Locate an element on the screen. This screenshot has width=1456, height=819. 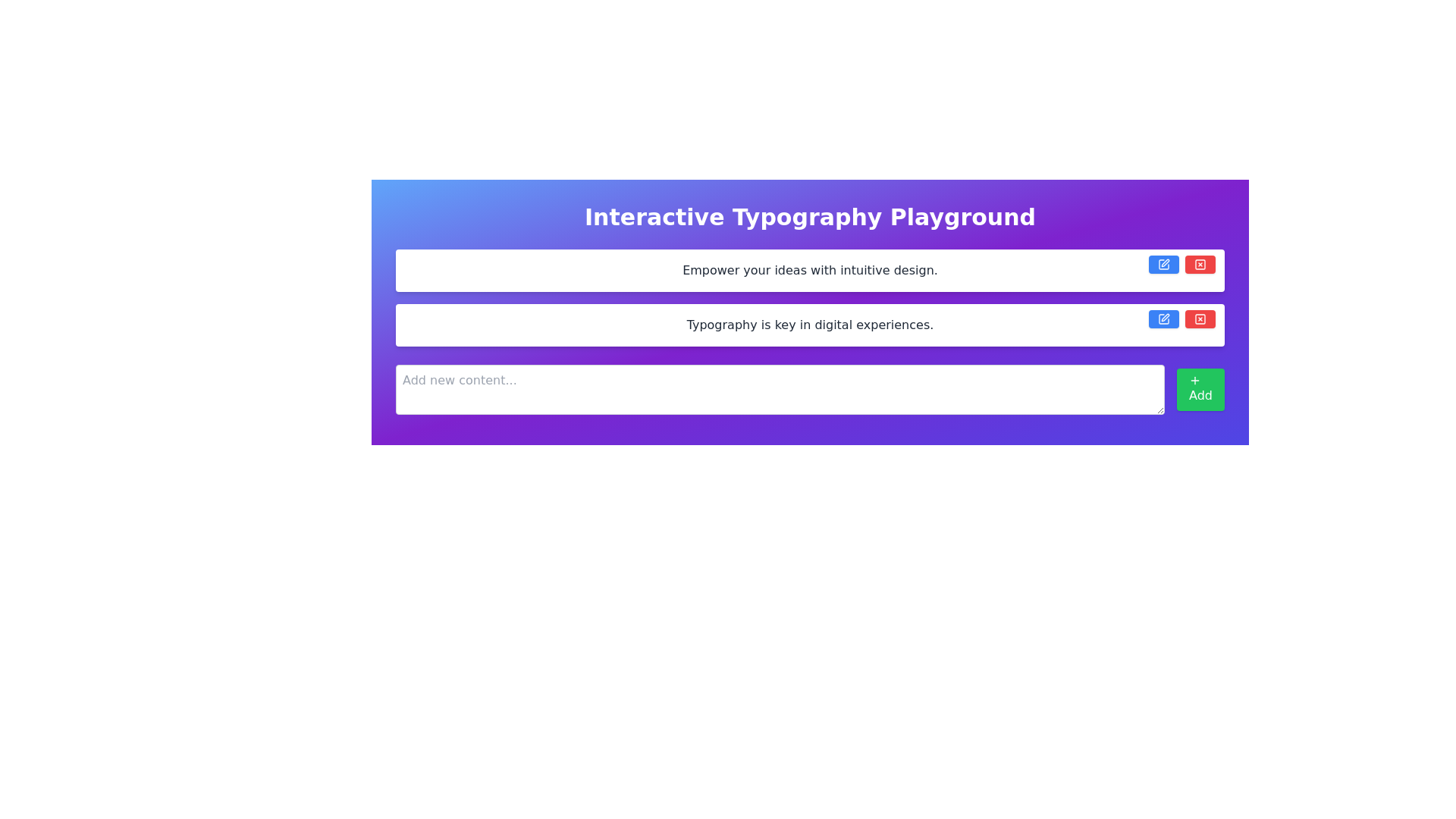
the static text label displaying 'Empower your ideas with intuitive design.' which is located near the top center of the interface within the first white card is located at coordinates (809, 270).